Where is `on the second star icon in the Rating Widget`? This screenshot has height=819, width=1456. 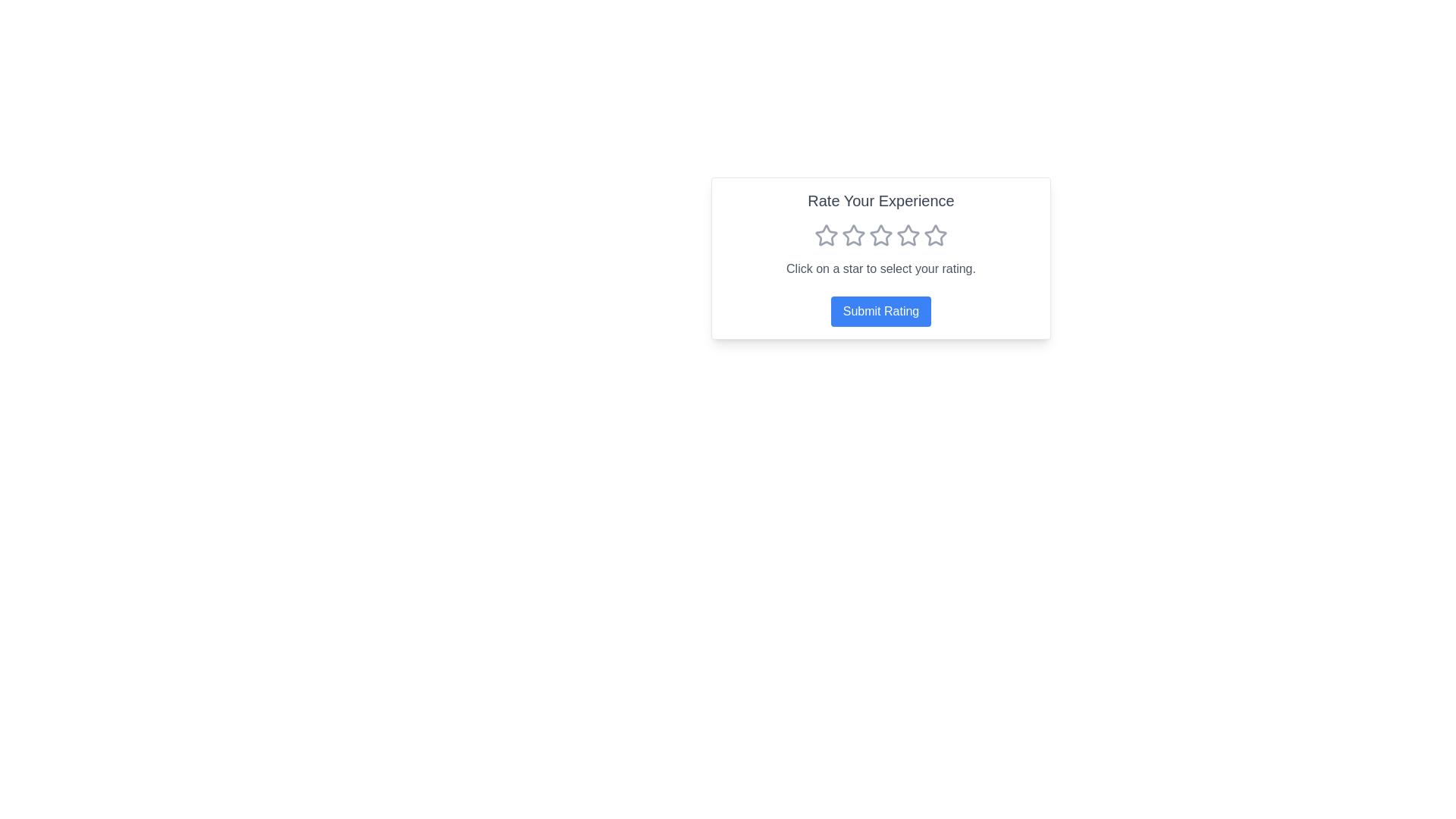
on the second star icon in the Rating Widget is located at coordinates (880, 236).